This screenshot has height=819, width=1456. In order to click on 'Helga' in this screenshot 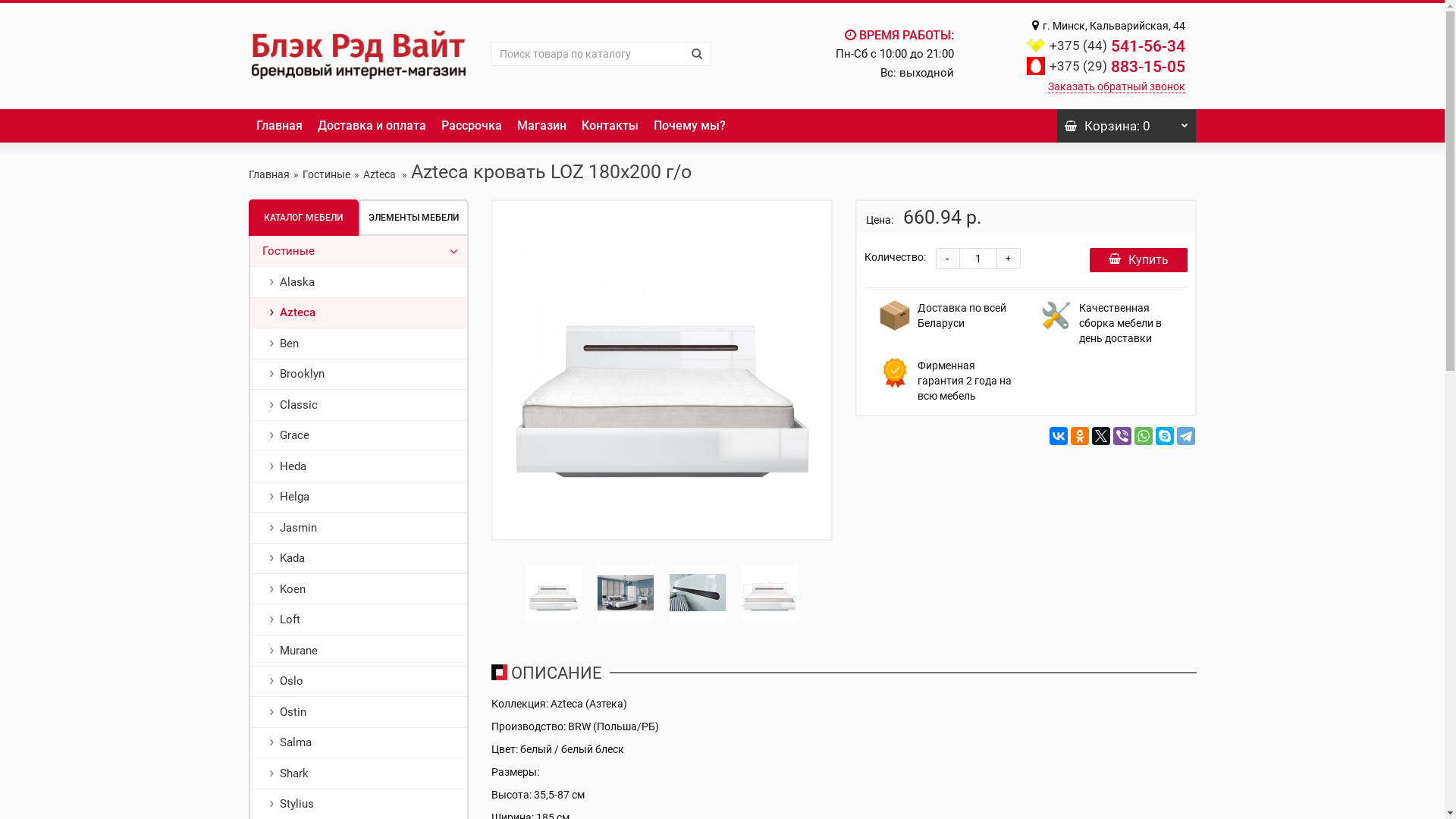, I will do `click(358, 497)`.